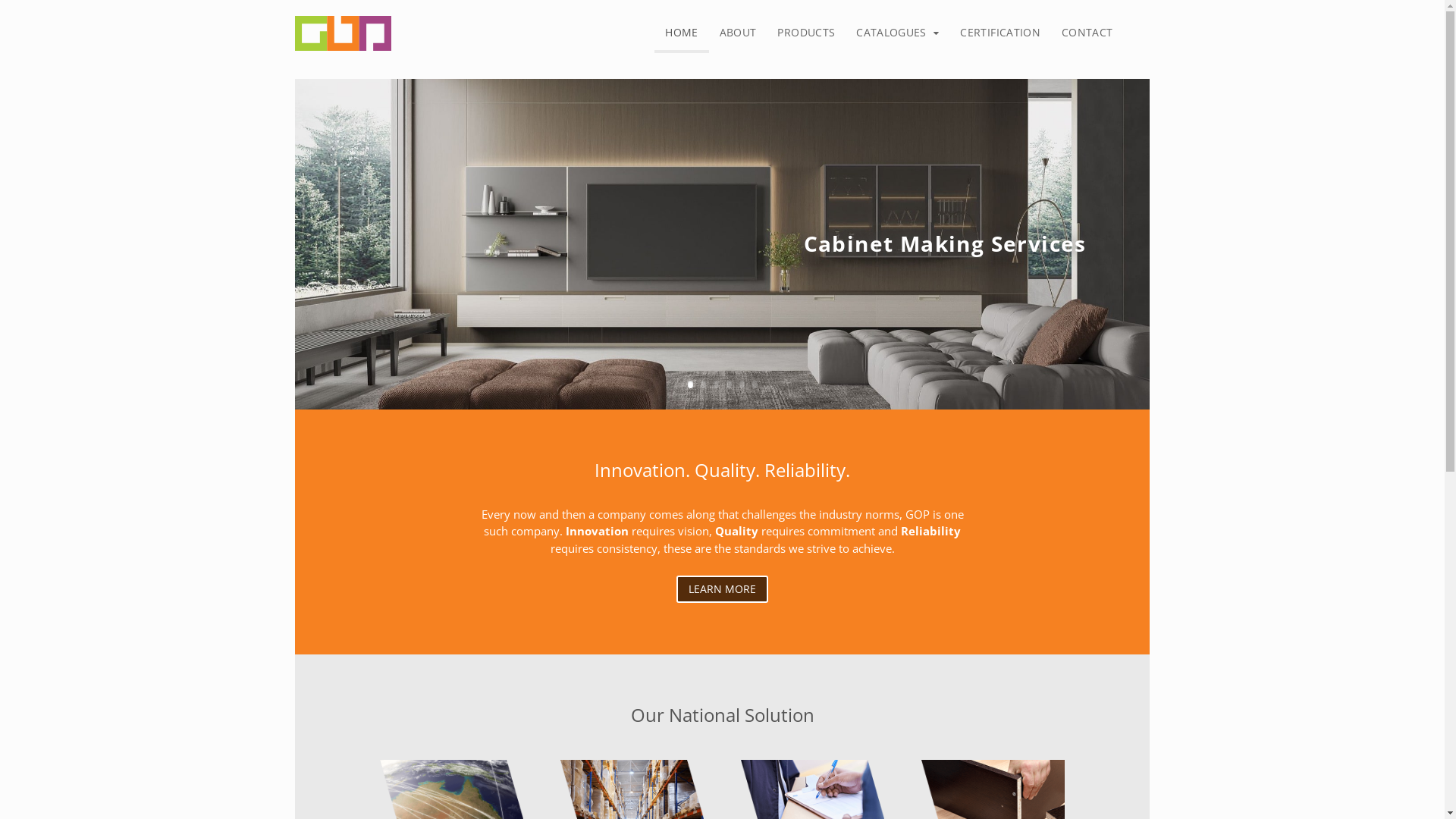 The width and height of the screenshot is (1456, 819). I want to click on 'PRODUCTS', so click(805, 33).